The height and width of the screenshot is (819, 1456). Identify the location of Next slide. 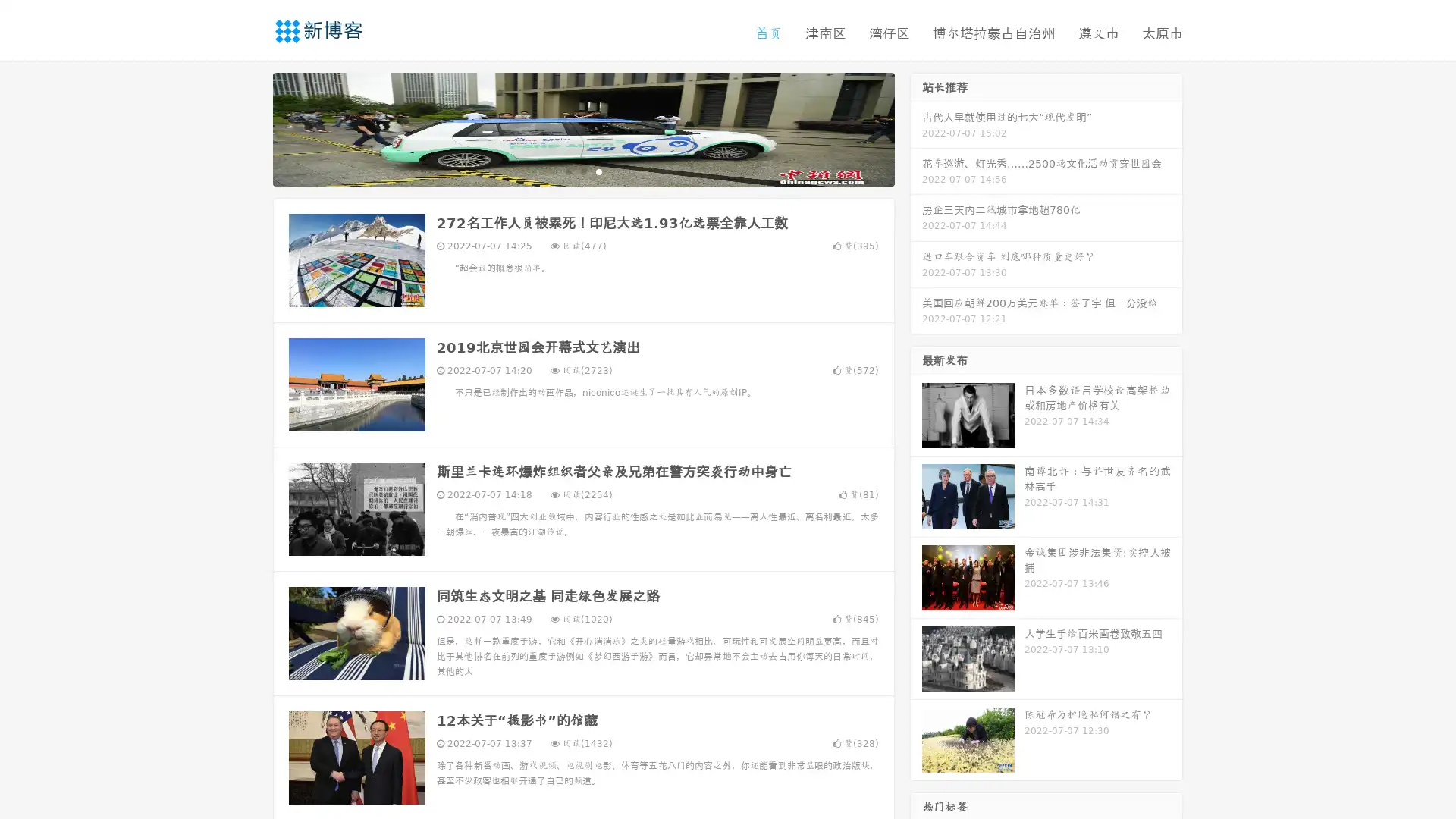
(916, 127).